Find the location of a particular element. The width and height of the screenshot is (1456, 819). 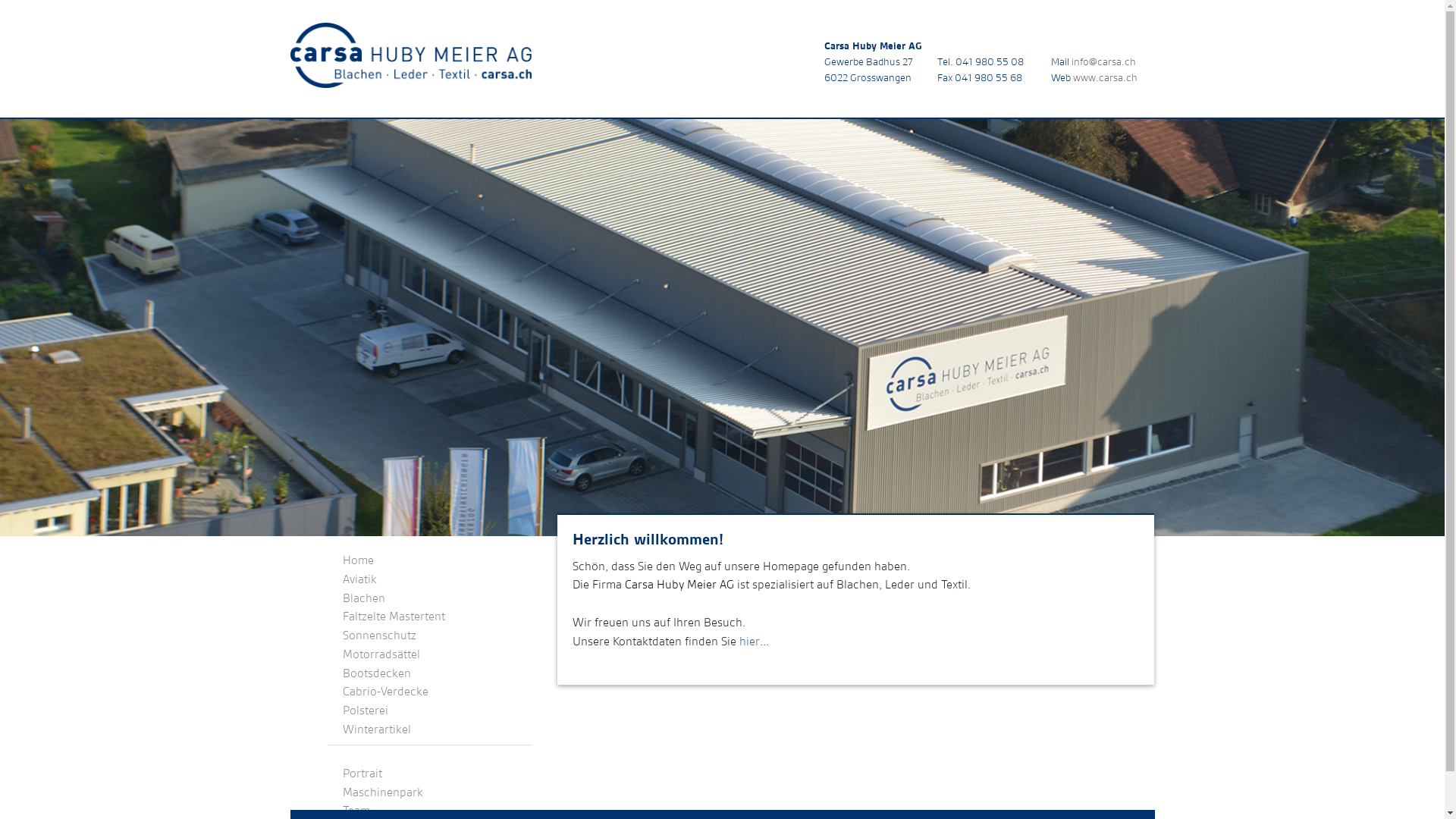

'Team' is located at coordinates (356, 809).